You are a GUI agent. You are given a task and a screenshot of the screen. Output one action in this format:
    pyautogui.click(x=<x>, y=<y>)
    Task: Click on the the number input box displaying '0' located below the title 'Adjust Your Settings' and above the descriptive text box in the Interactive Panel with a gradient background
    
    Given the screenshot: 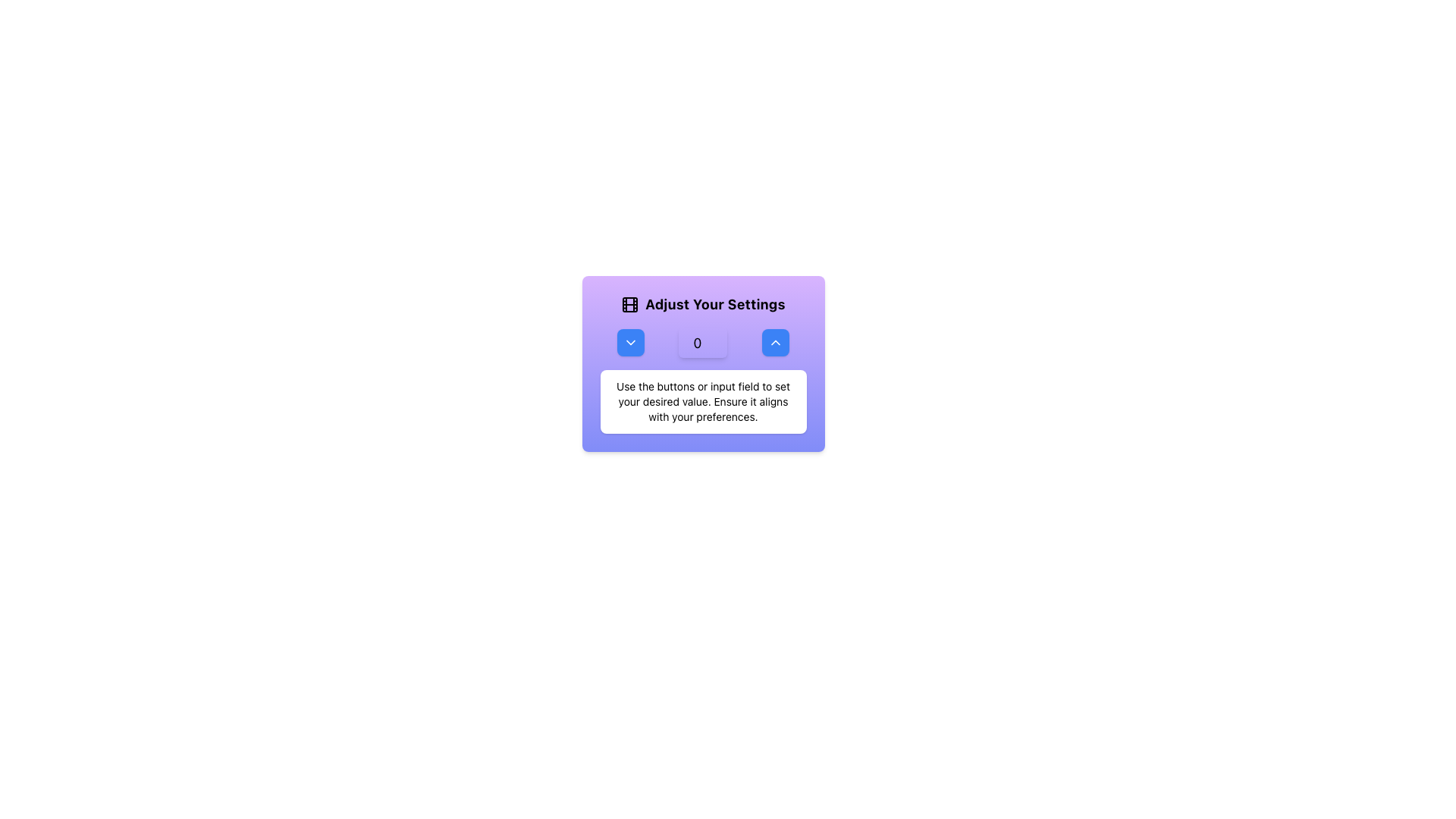 What is the action you would take?
    pyautogui.click(x=702, y=363)
    